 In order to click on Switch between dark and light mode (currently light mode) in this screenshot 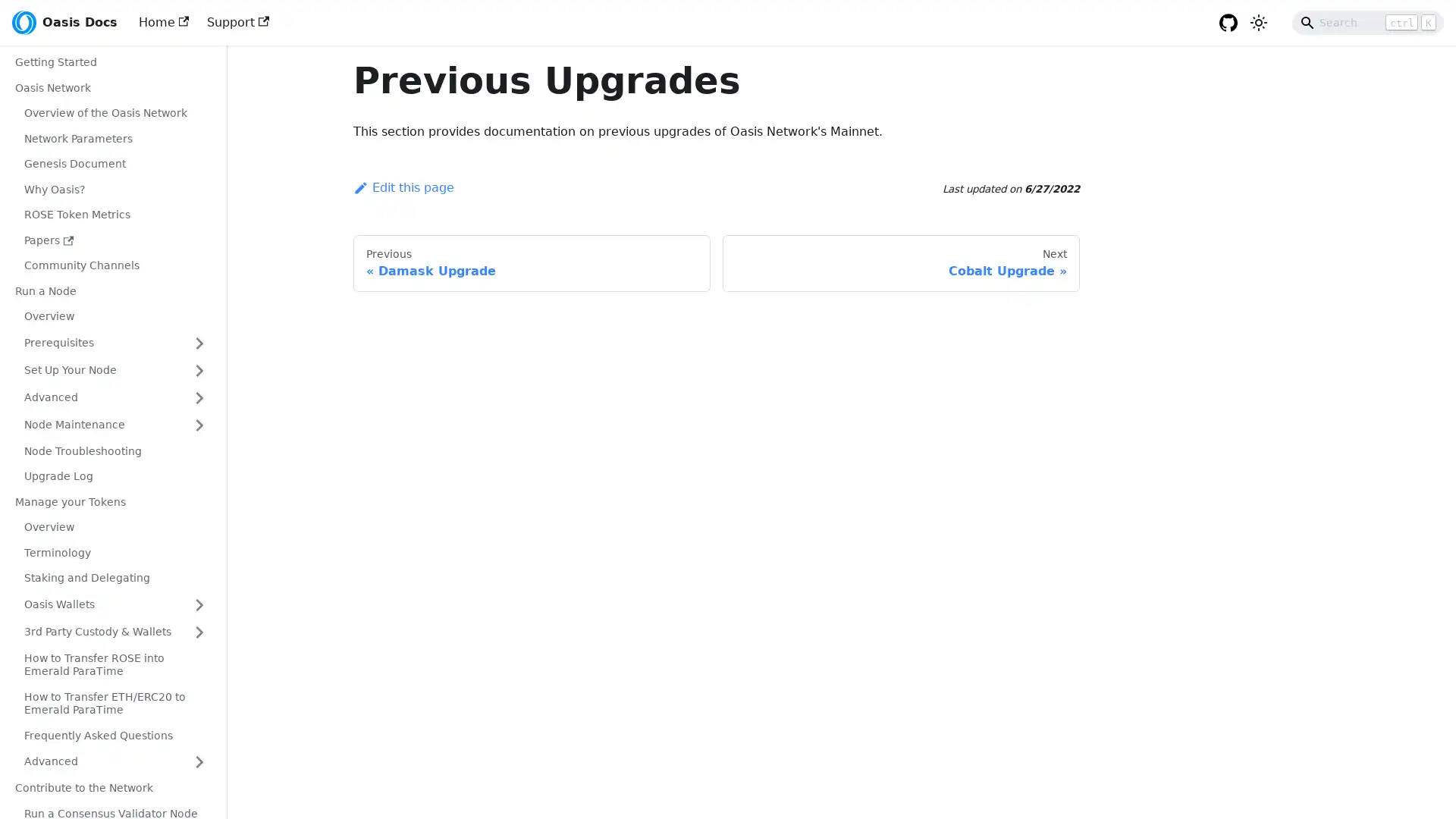, I will do `click(1259, 23)`.